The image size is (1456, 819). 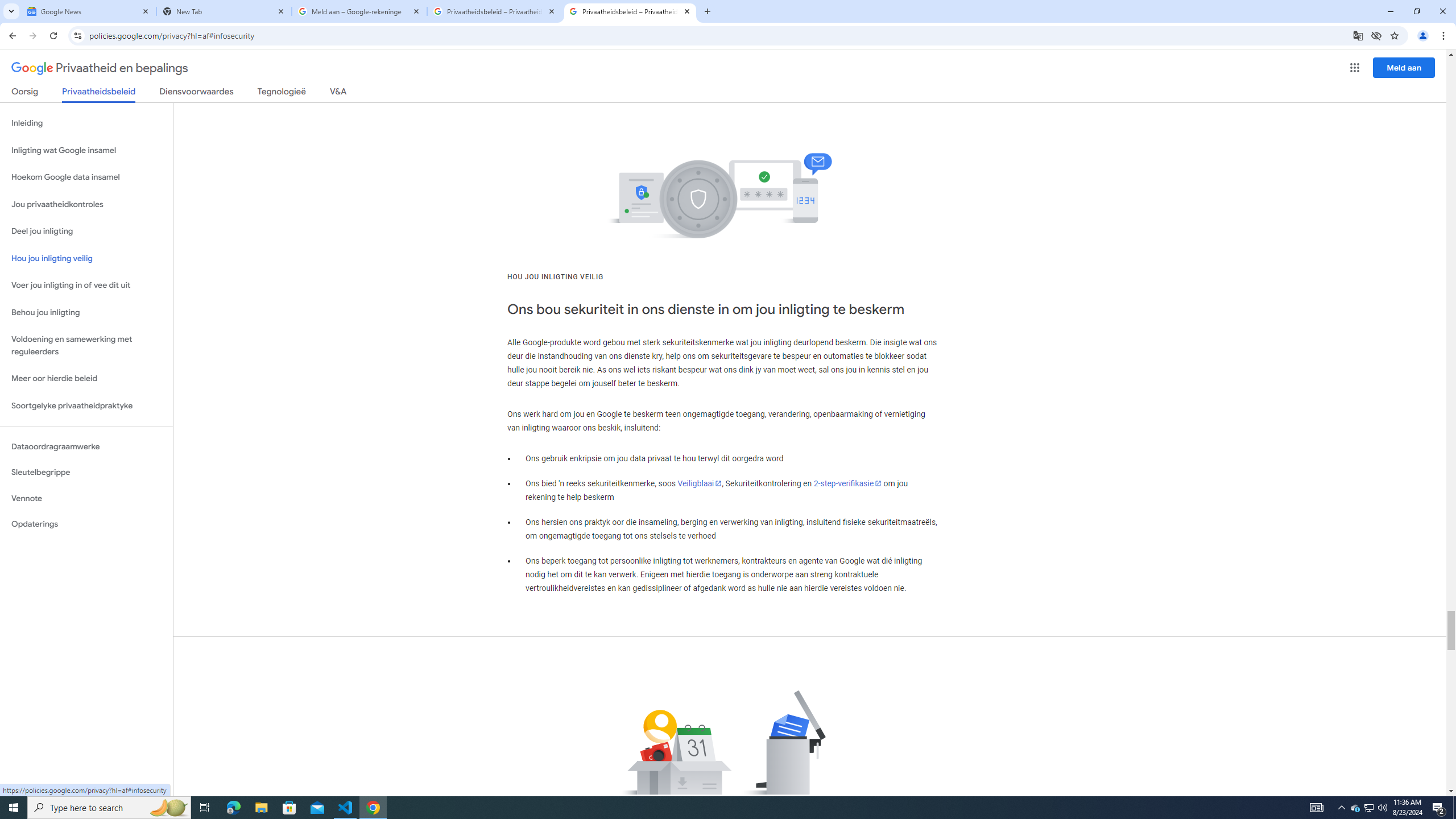 What do you see at coordinates (700, 483) in the screenshot?
I see `'Veiligblaai'` at bounding box center [700, 483].